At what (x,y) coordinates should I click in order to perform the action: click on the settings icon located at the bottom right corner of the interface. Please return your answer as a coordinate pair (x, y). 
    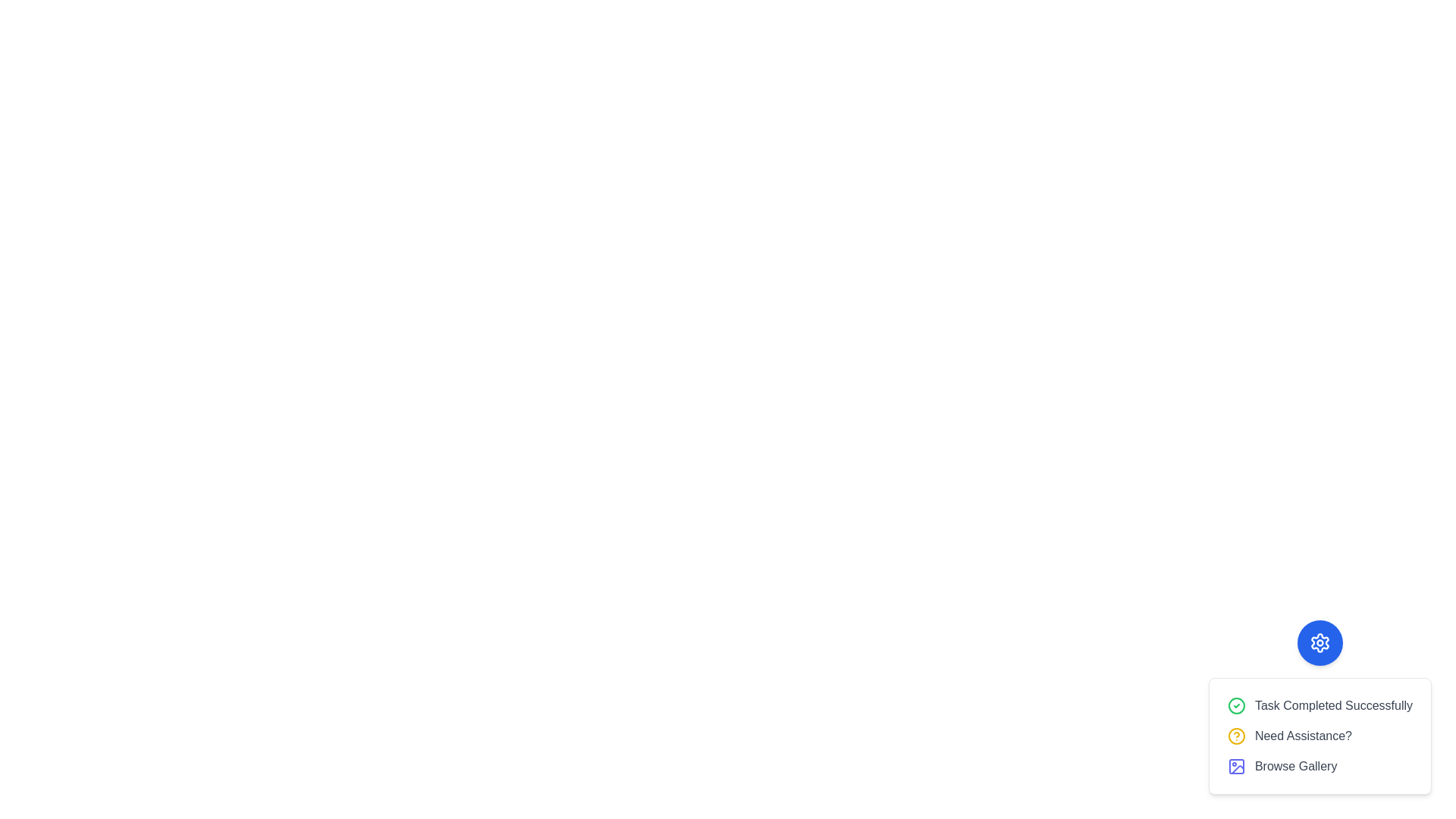
    Looking at the image, I should click on (1319, 643).